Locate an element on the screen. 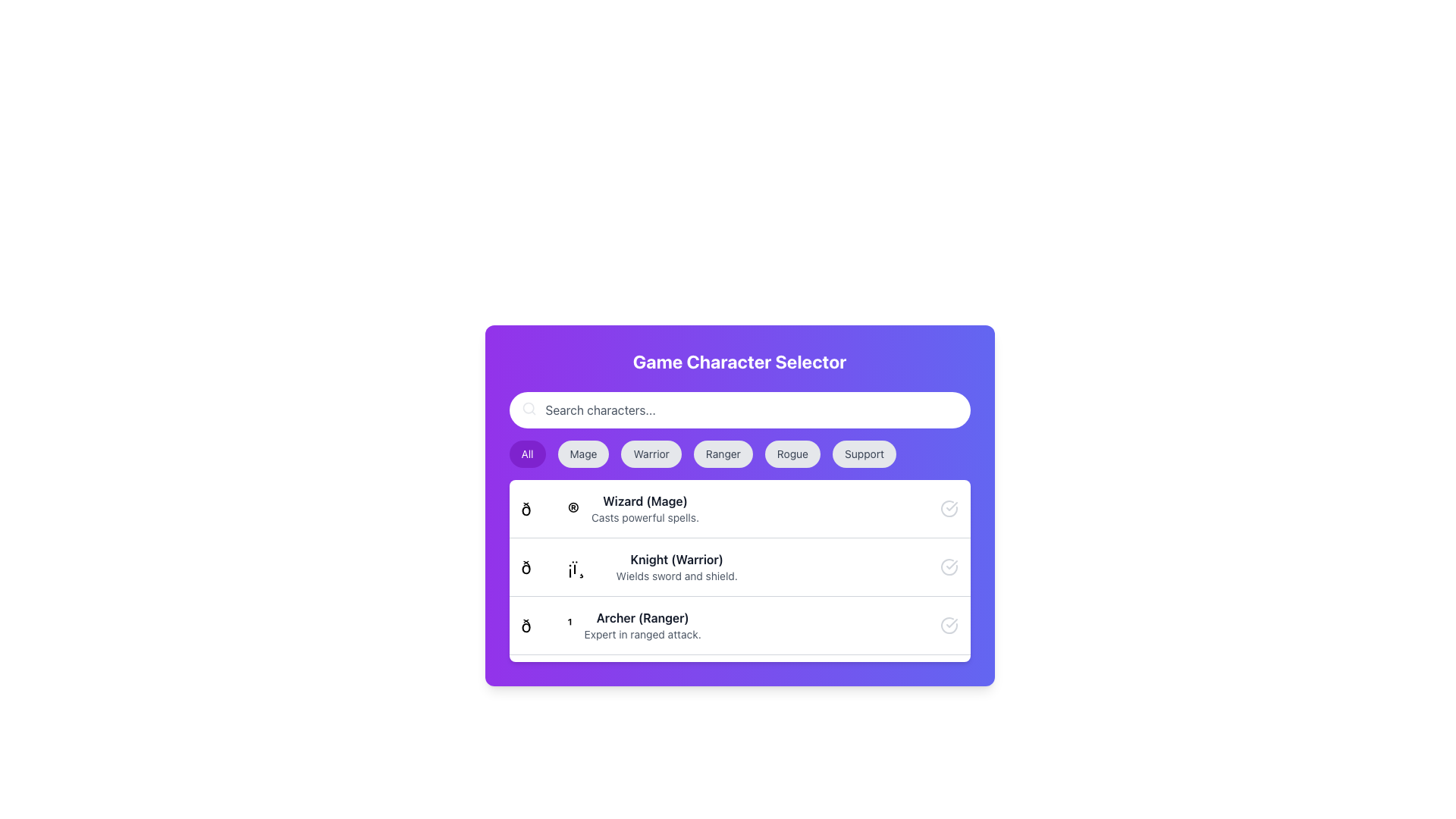 The height and width of the screenshot is (819, 1456). the first list item featuring the text 'Wizard (Mage)' with the description 'Casts powerful spells,' which includes an emoji to the left of the text is located at coordinates (610, 509).